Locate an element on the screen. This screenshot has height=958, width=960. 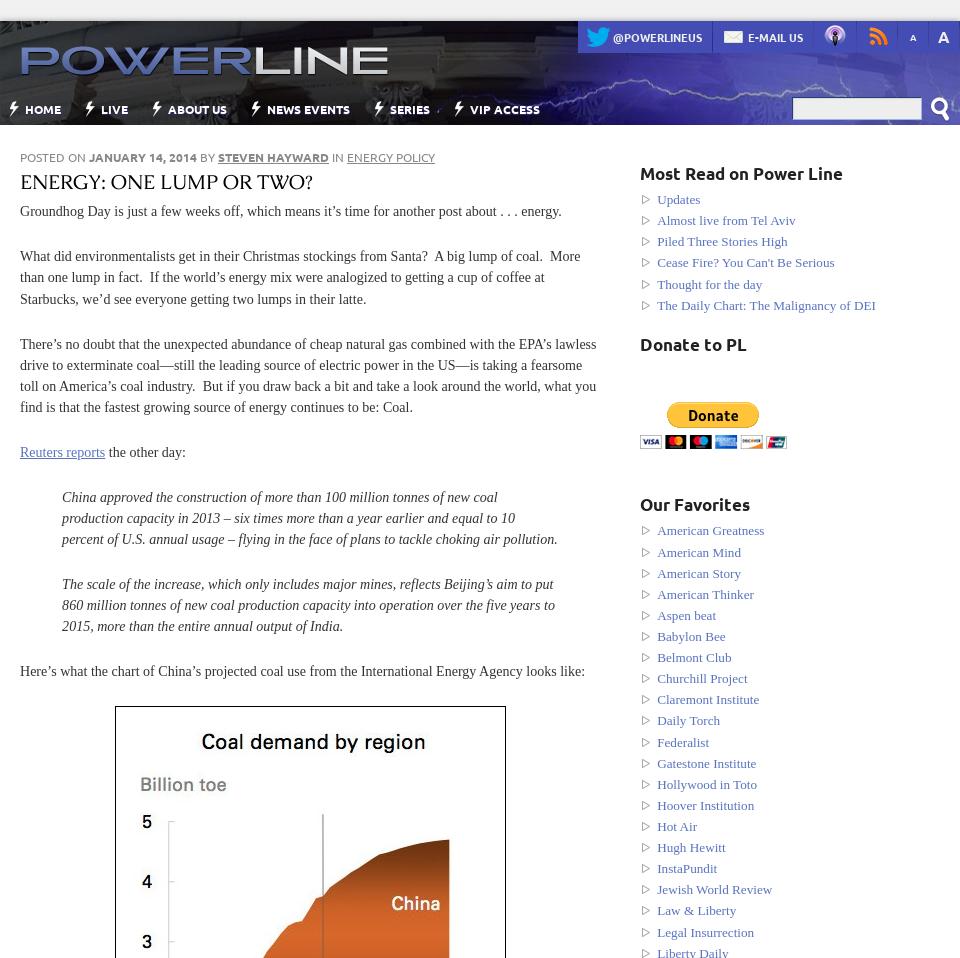
'Babylon Bee' is located at coordinates (656, 635).